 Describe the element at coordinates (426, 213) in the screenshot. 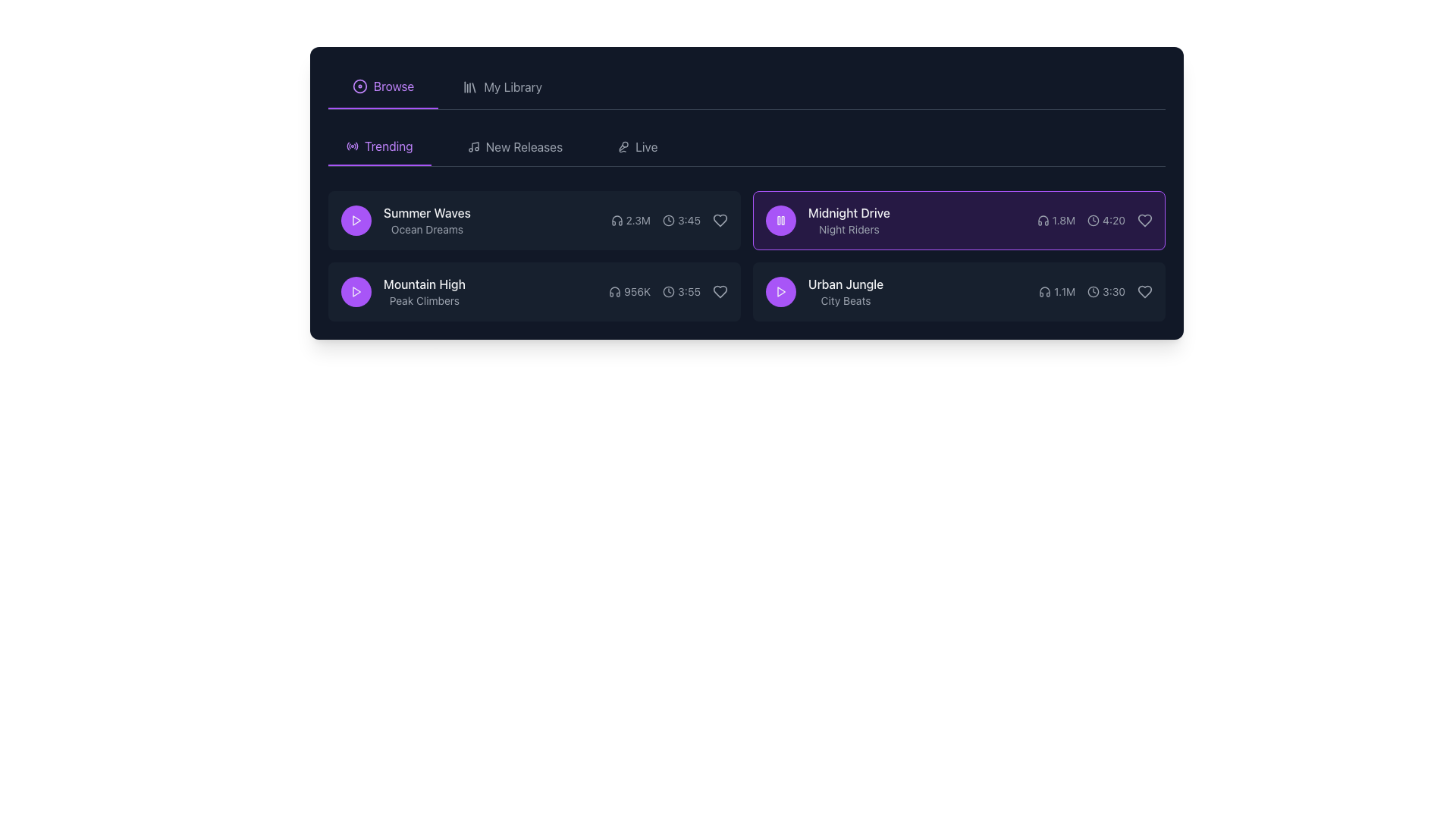

I see `the main text label for the associated content item located at the center-left section of the interface, which is the top text item in a group of two` at that location.